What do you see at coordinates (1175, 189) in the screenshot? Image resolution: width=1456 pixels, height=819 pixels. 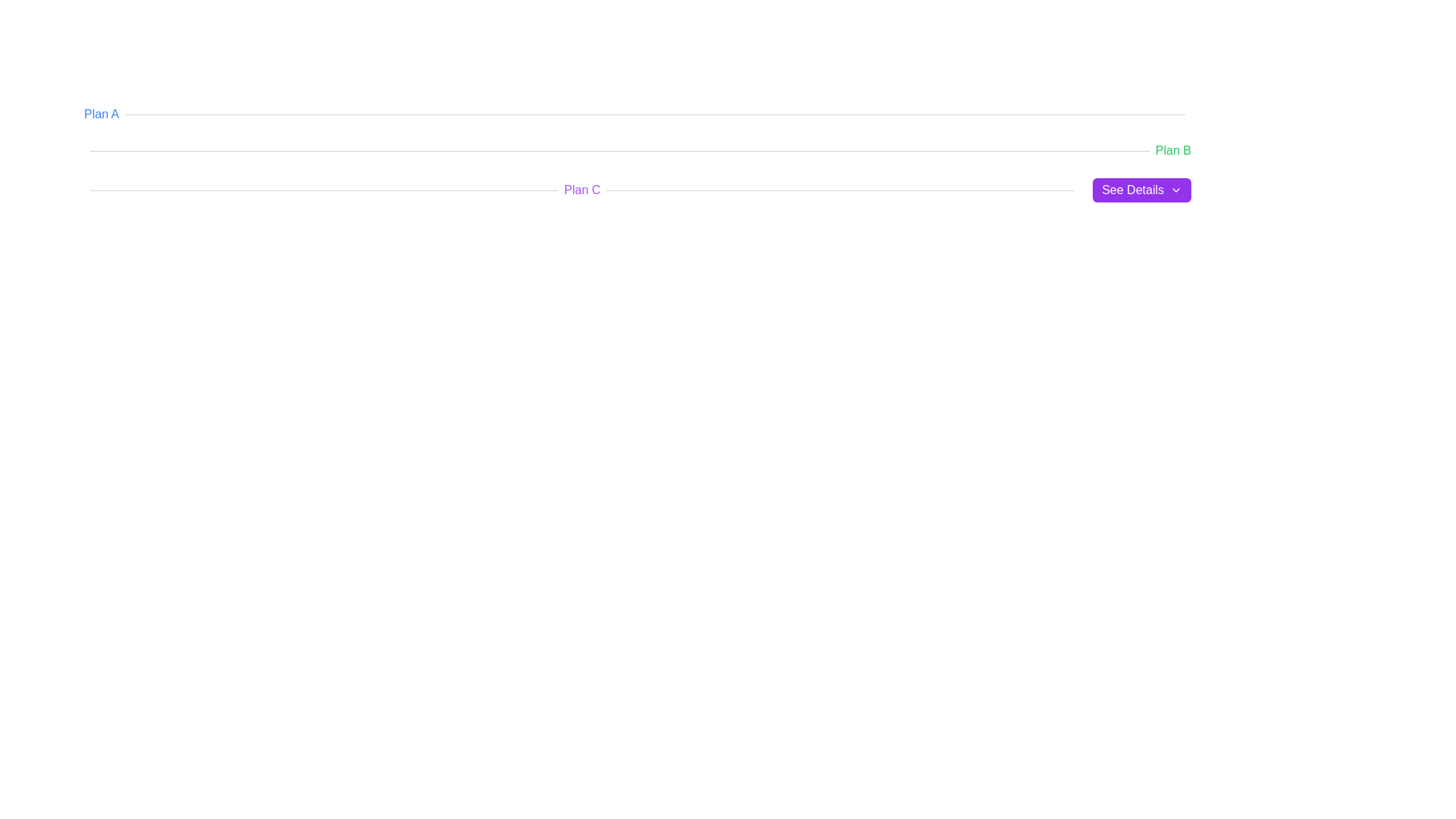 I see `the small SVG graphic resembling a downward-pointing chevron, which is located to the right of the 'See Details' text within the purple button` at bounding box center [1175, 189].